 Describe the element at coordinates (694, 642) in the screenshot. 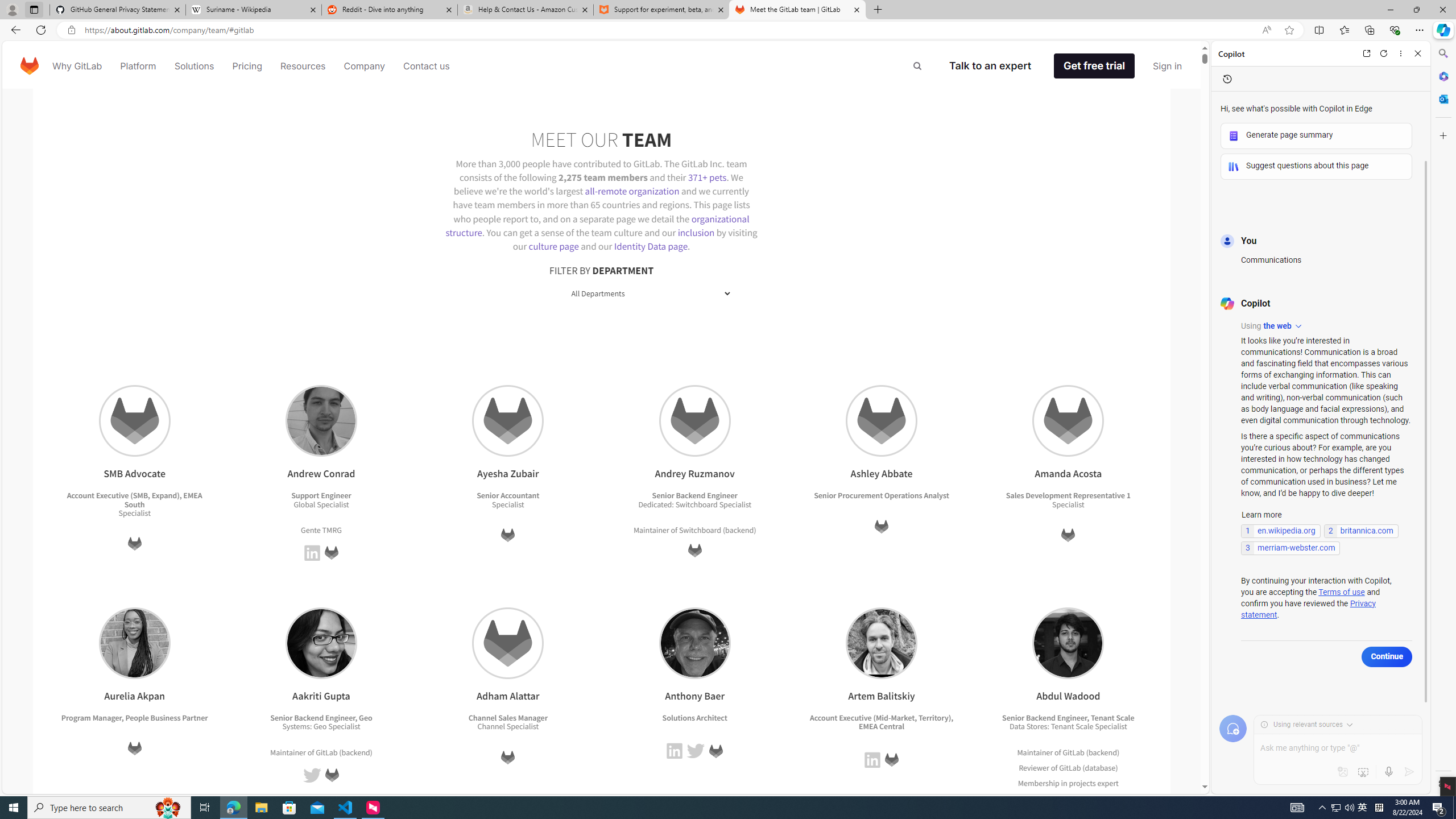

I see `'Anthony Baer'` at that location.